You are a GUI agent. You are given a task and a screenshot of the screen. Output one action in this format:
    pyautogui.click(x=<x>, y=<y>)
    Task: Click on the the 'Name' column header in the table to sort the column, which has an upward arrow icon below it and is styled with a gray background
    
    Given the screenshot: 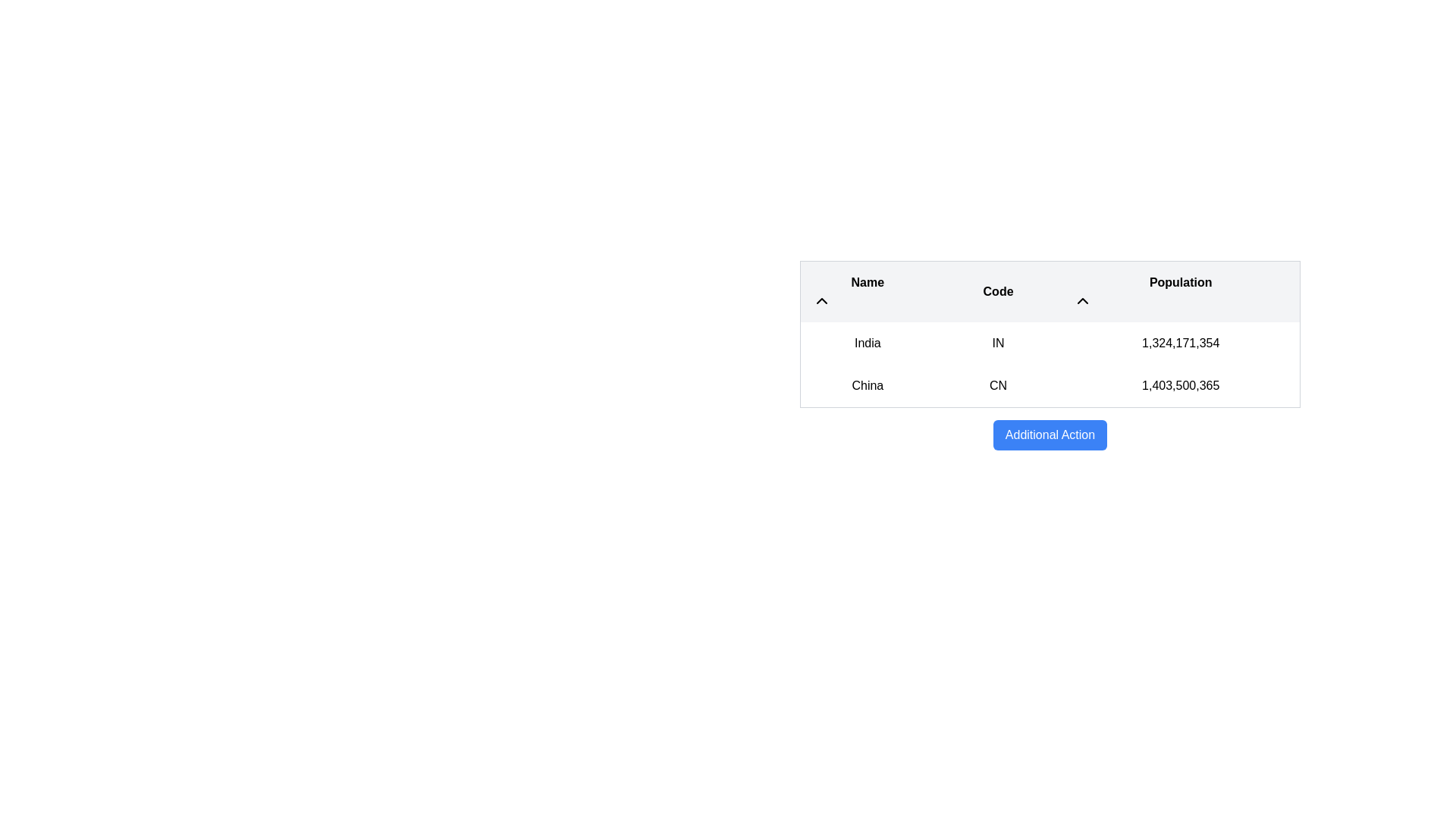 What is the action you would take?
    pyautogui.click(x=868, y=291)
    